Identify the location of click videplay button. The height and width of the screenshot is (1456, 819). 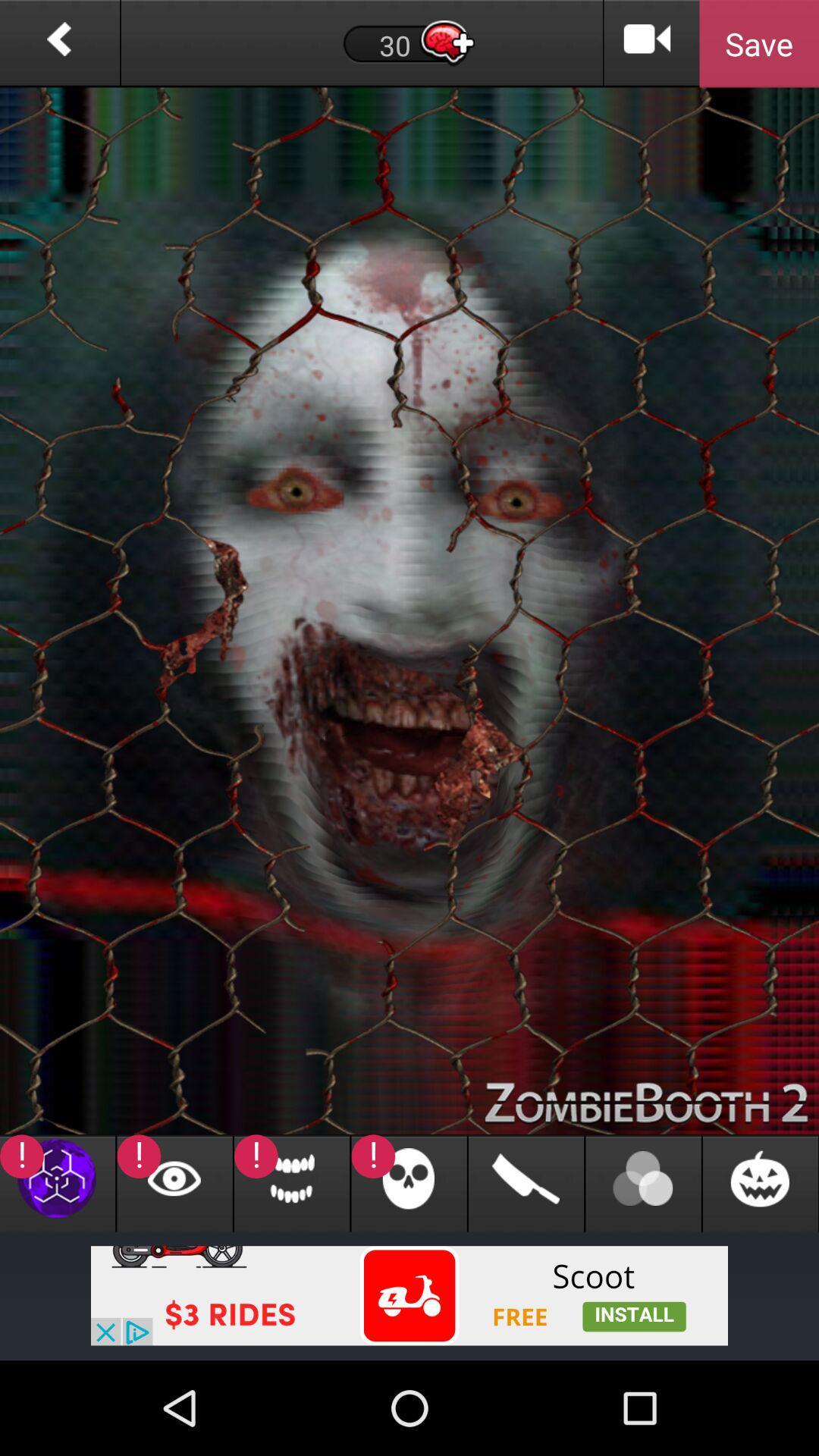
(648, 43).